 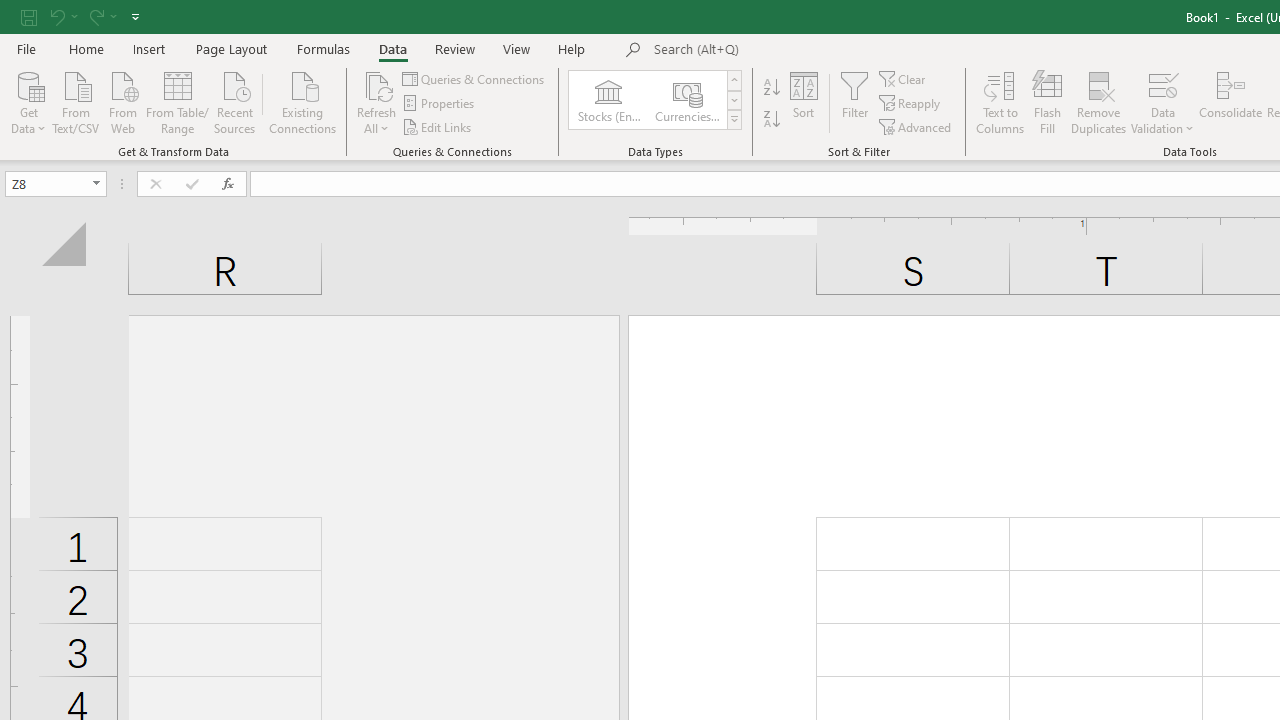 What do you see at coordinates (392, 48) in the screenshot?
I see `'Data'` at bounding box center [392, 48].